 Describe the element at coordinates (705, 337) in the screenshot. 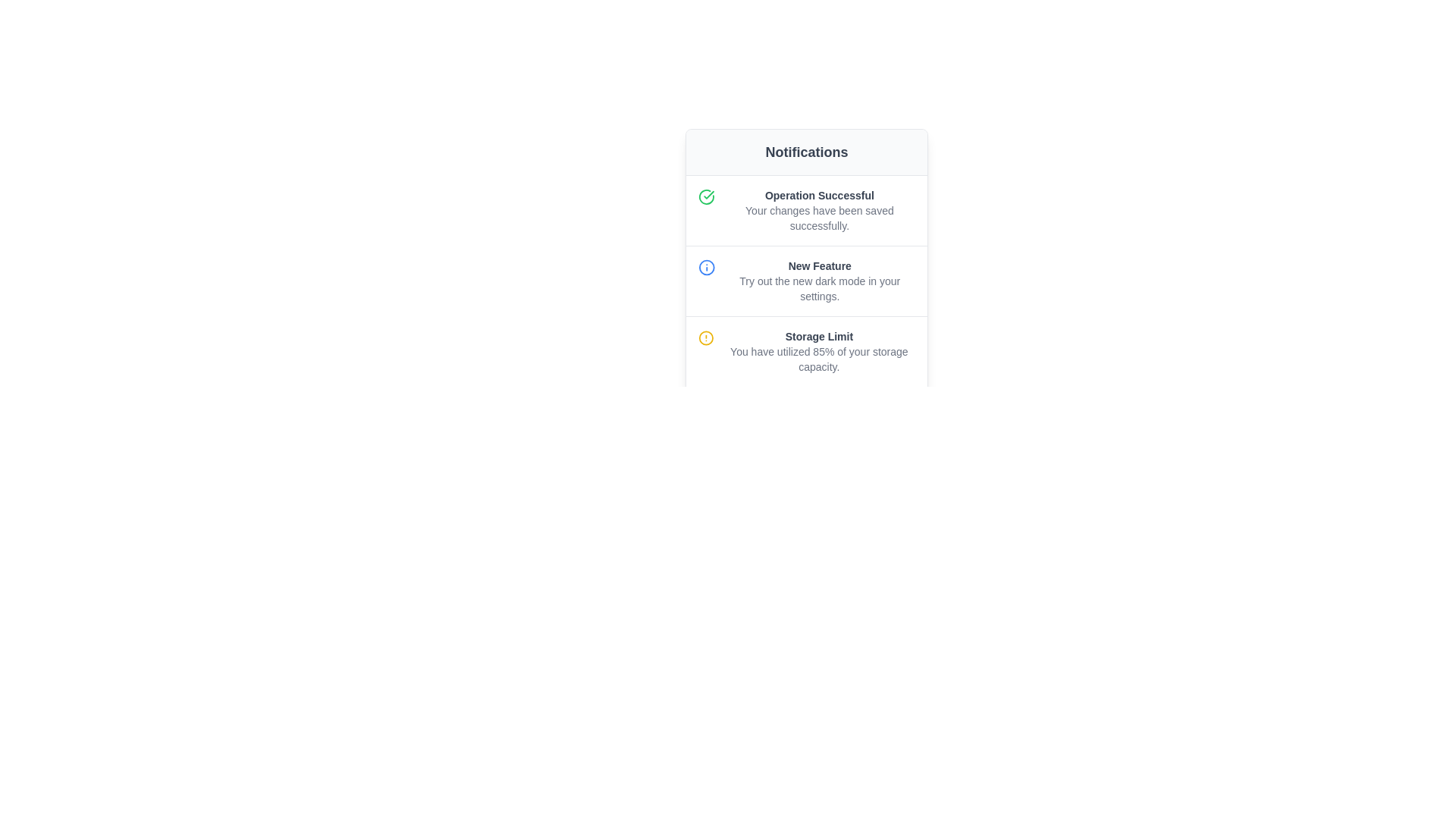

I see `the yellow circular alert icon with an exclamation mark located in the third notification row, to the left of the text 'Storage Limit'` at that location.